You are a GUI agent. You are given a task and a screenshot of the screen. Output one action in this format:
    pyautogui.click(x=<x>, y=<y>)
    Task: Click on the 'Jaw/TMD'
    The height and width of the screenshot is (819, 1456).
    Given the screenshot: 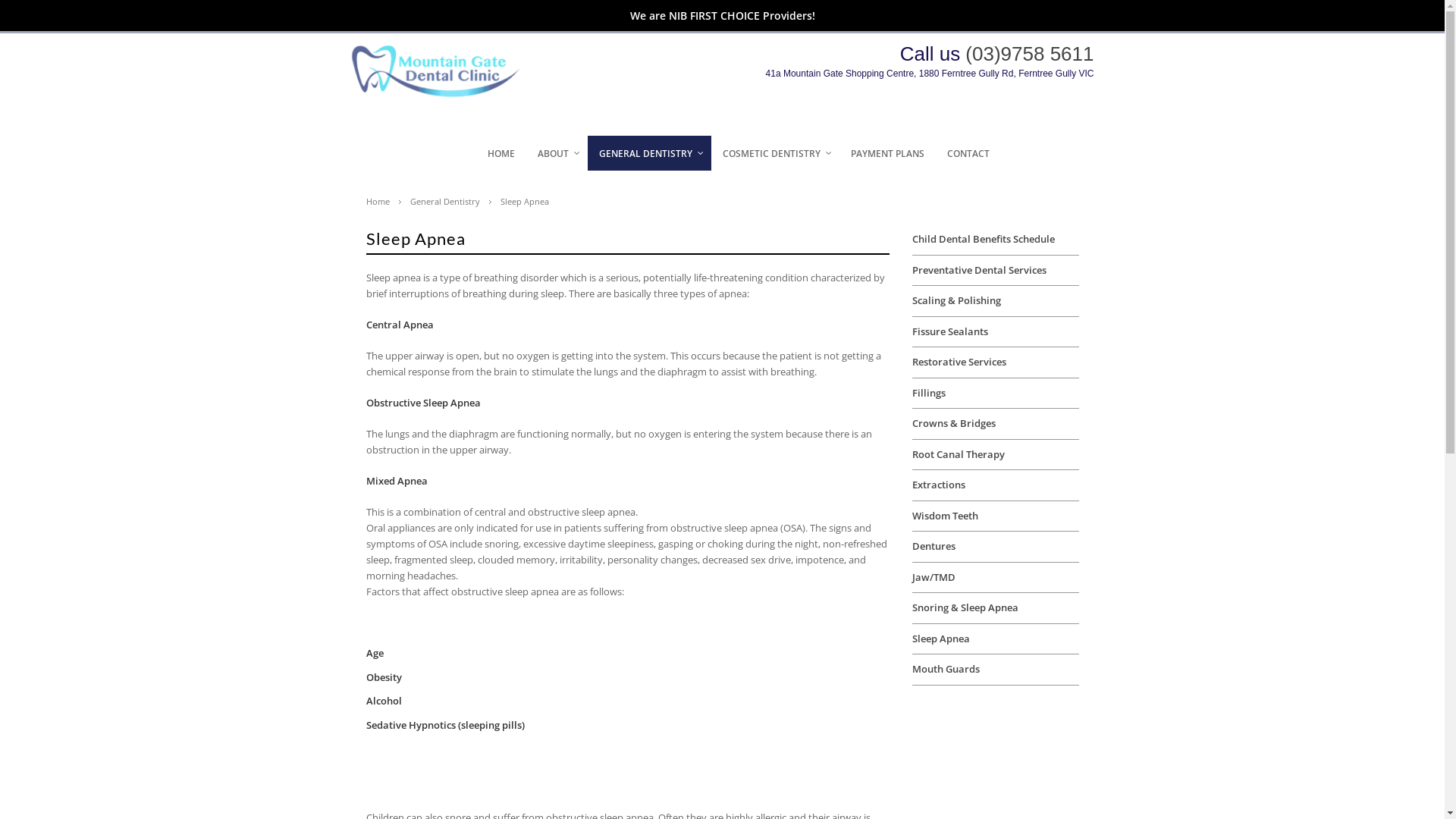 What is the action you would take?
    pyautogui.click(x=932, y=576)
    